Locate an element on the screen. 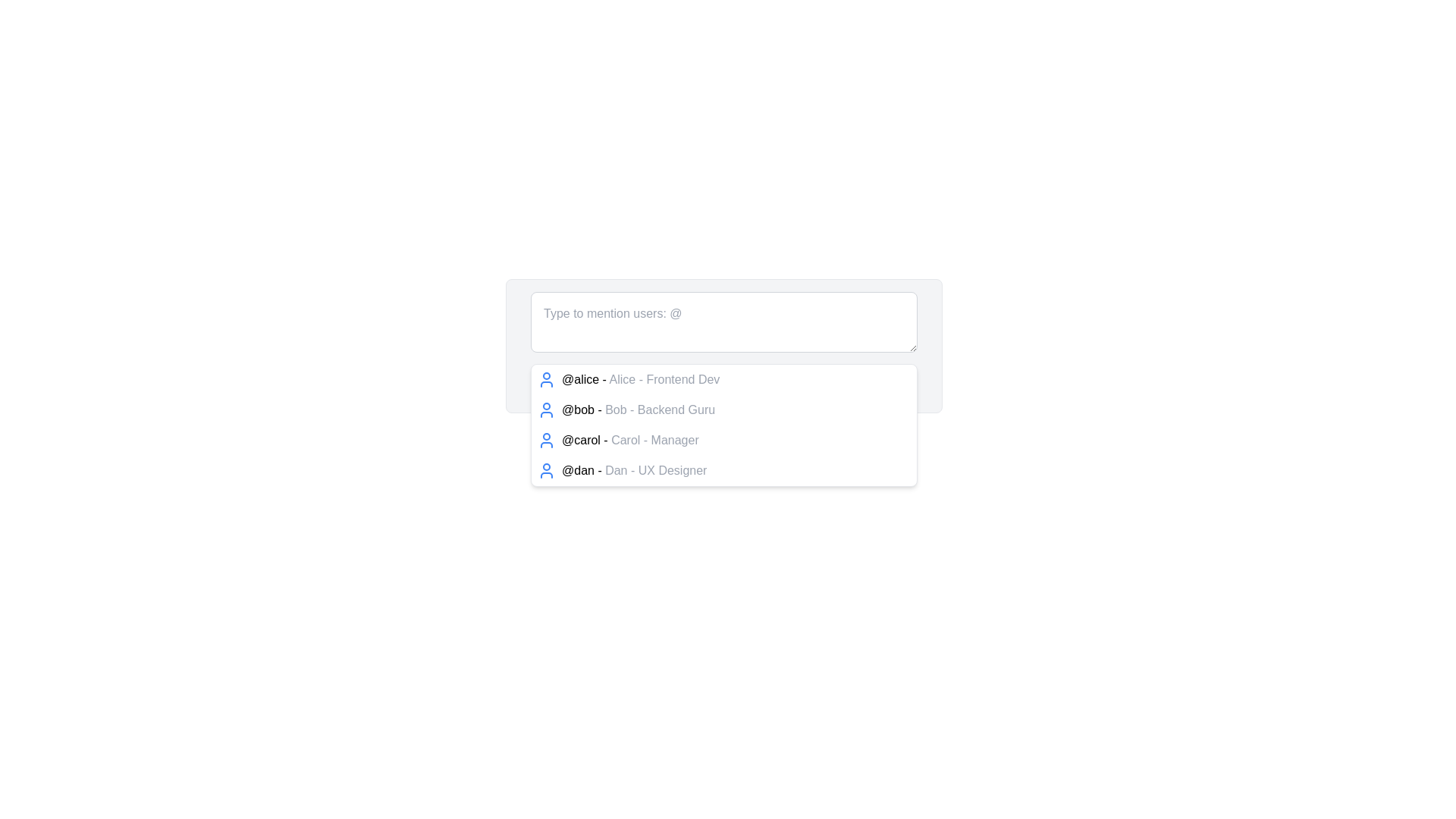 This screenshot has width=1456, height=819. the text label displaying '@carol - Carol - Manager' in the dropdown list is located at coordinates (630, 441).